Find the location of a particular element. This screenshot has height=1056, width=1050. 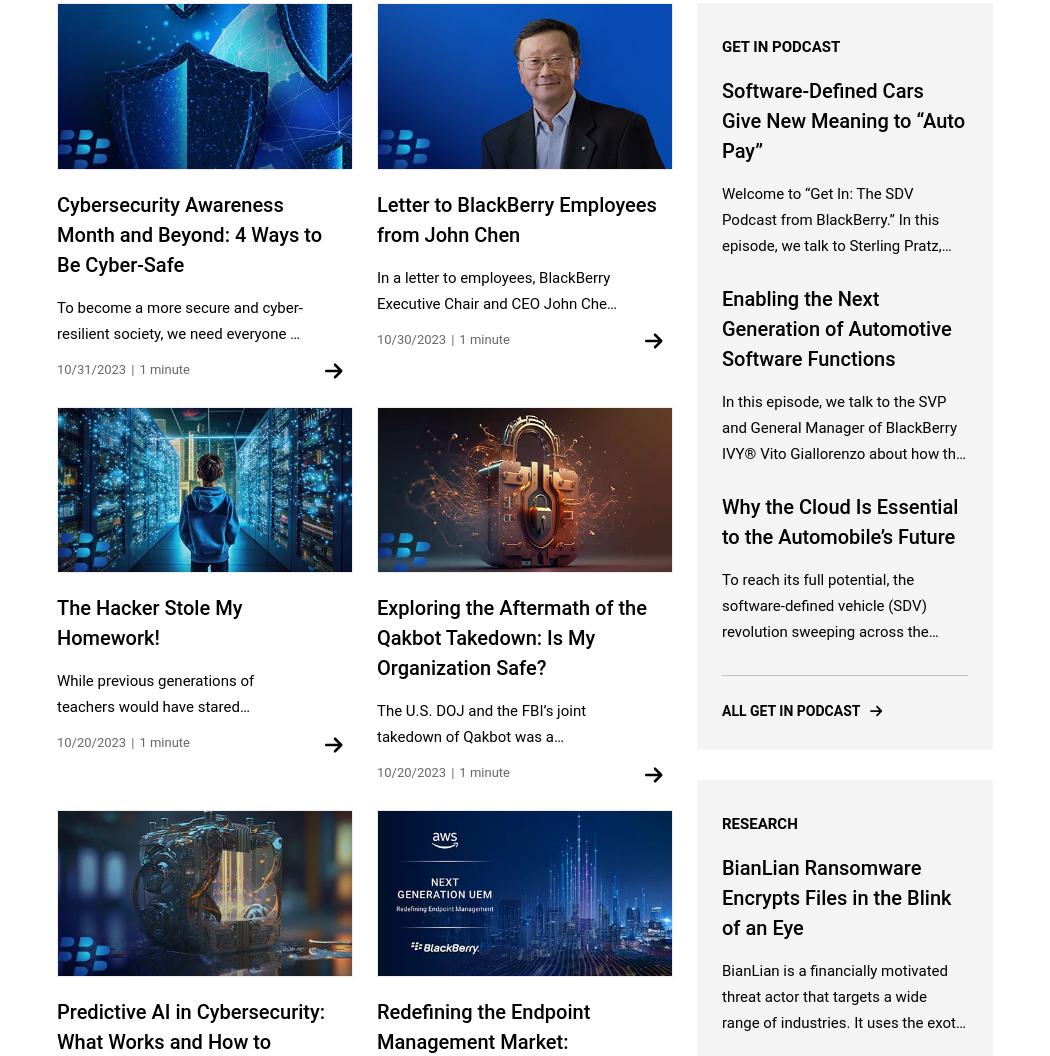

'Corporate' is located at coordinates (89, 572).